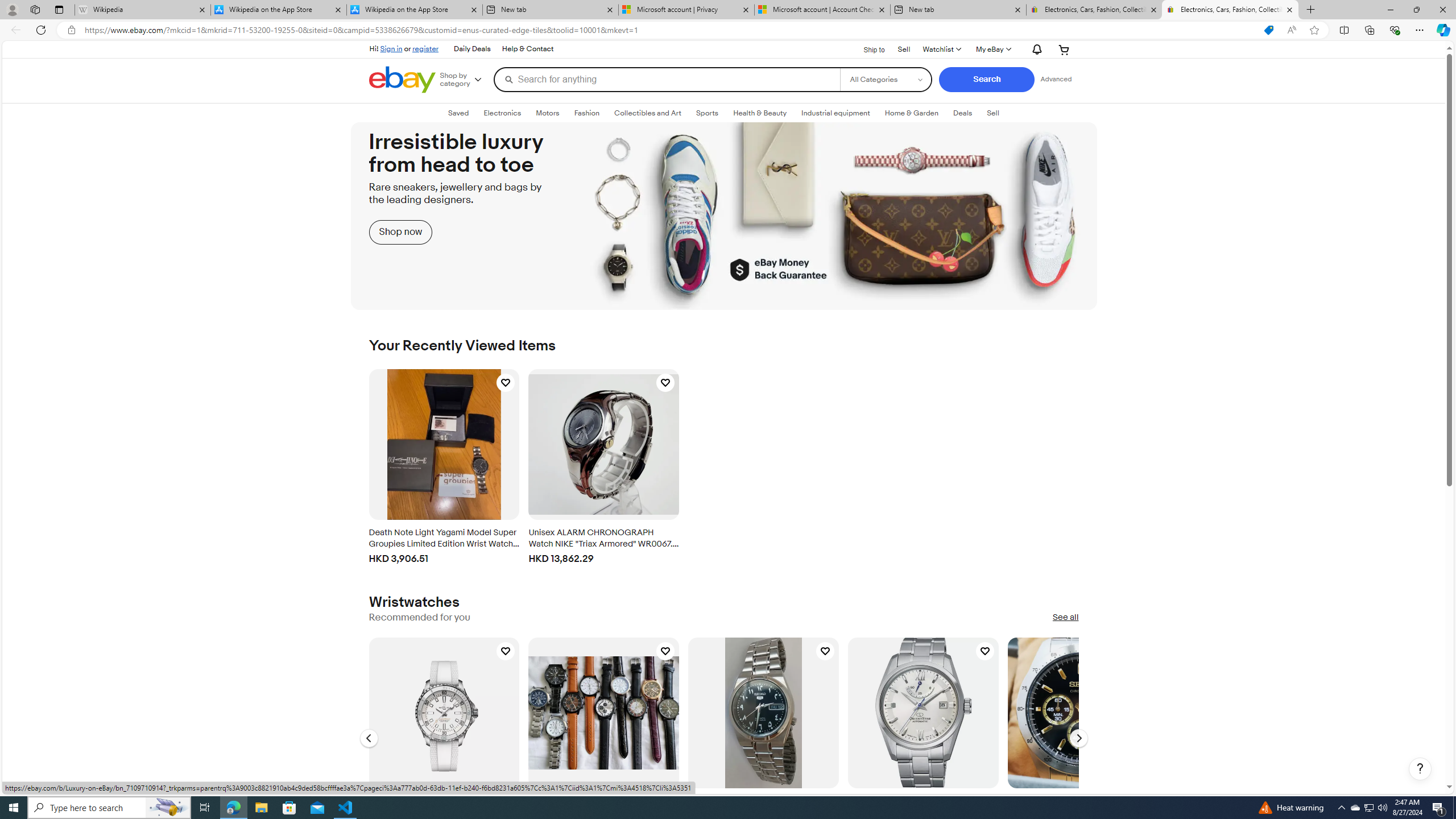 The width and height of the screenshot is (1456, 819). I want to click on 'Watchlist', so click(941, 49).